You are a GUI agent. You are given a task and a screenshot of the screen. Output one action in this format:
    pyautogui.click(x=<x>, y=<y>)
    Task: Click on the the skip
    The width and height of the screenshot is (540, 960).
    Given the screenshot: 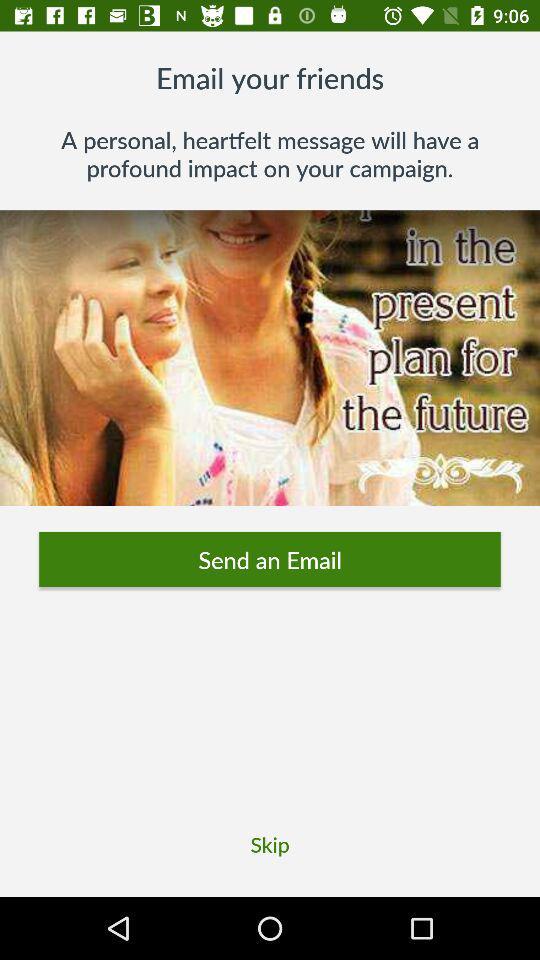 What is the action you would take?
    pyautogui.click(x=270, y=843)
    